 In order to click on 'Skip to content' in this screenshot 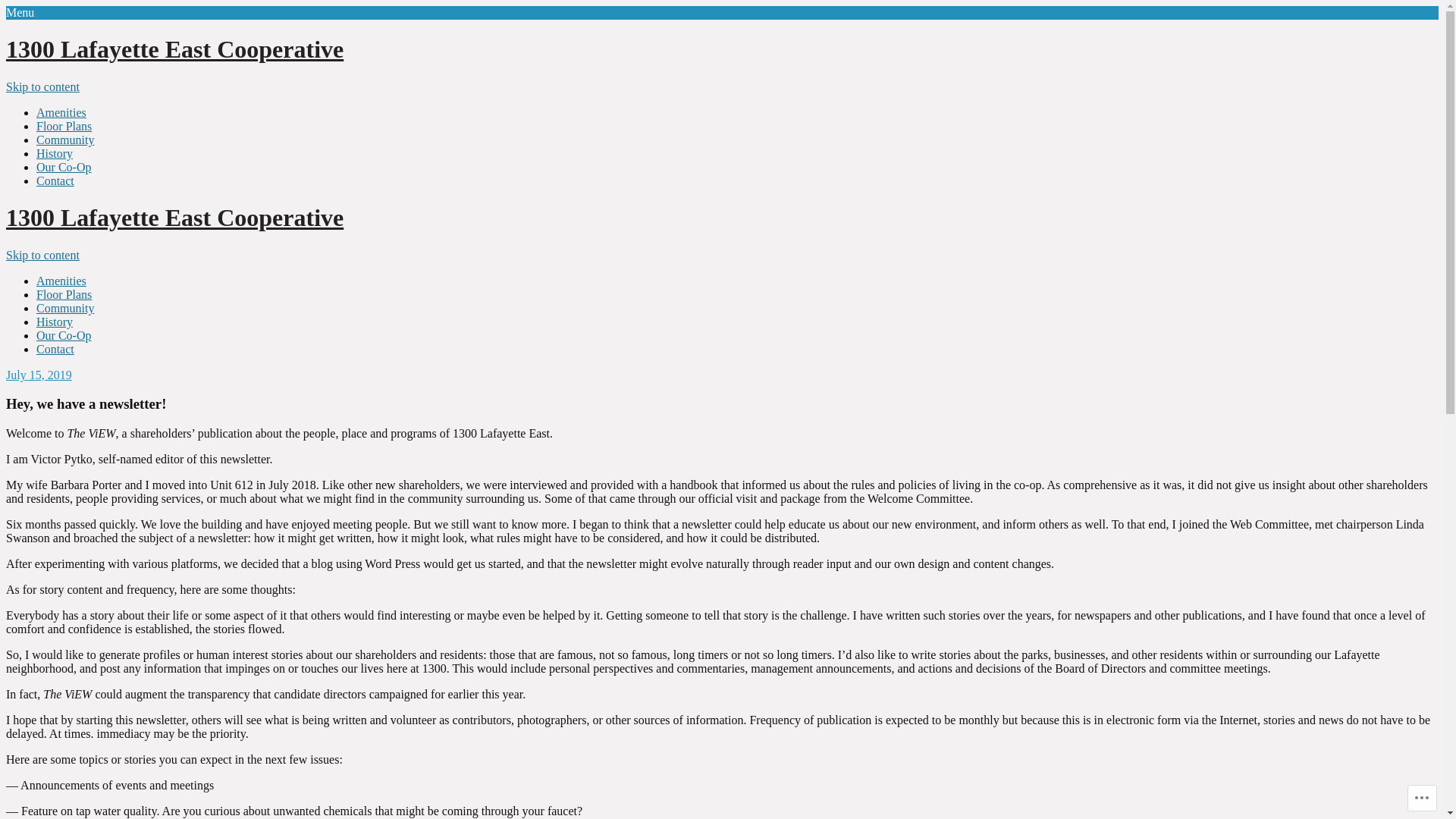, I will do `click(42, 86)`.